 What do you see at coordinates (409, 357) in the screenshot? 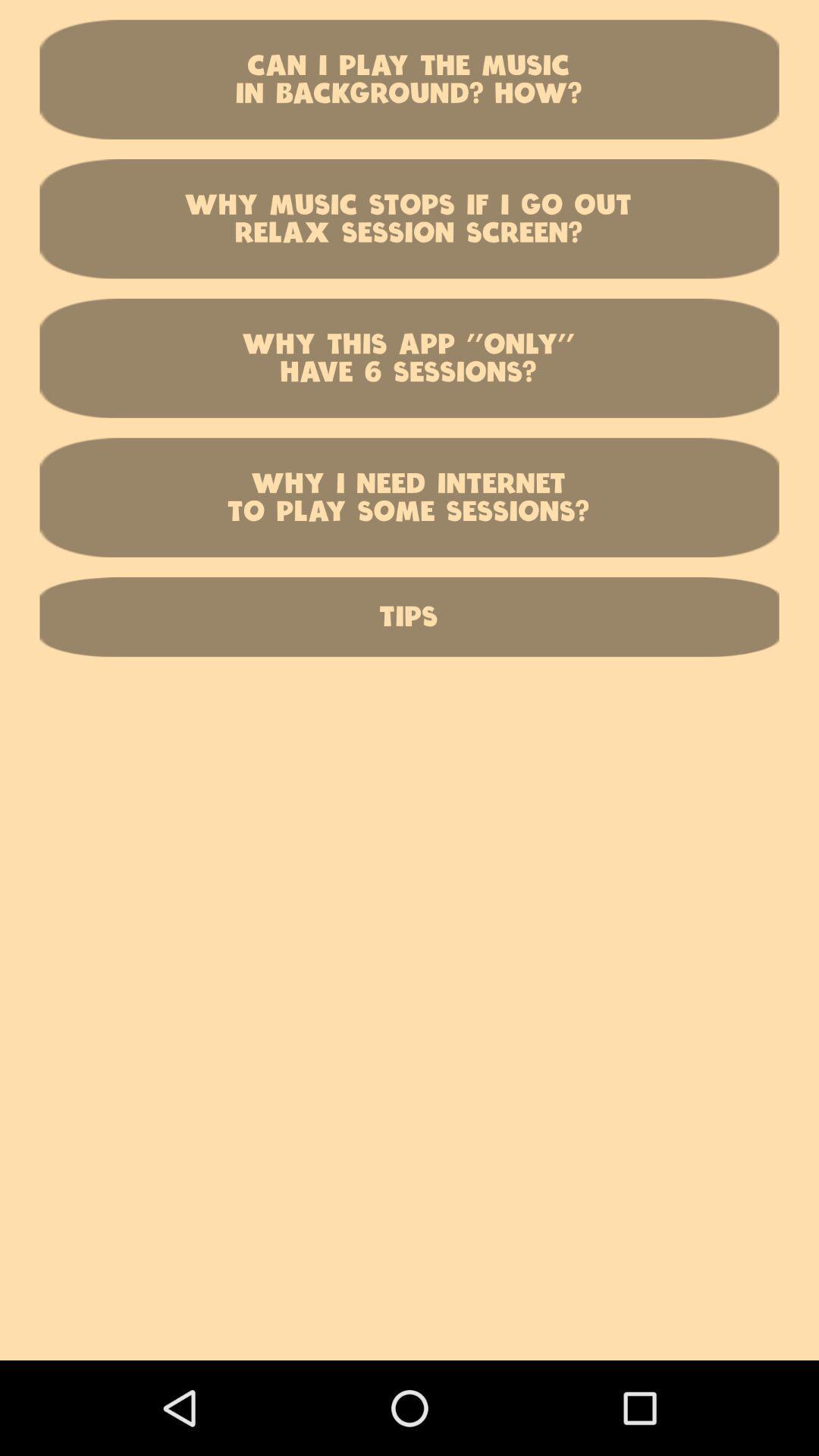
I see `the icon below why music stops item` at bounding box center [409, 357].